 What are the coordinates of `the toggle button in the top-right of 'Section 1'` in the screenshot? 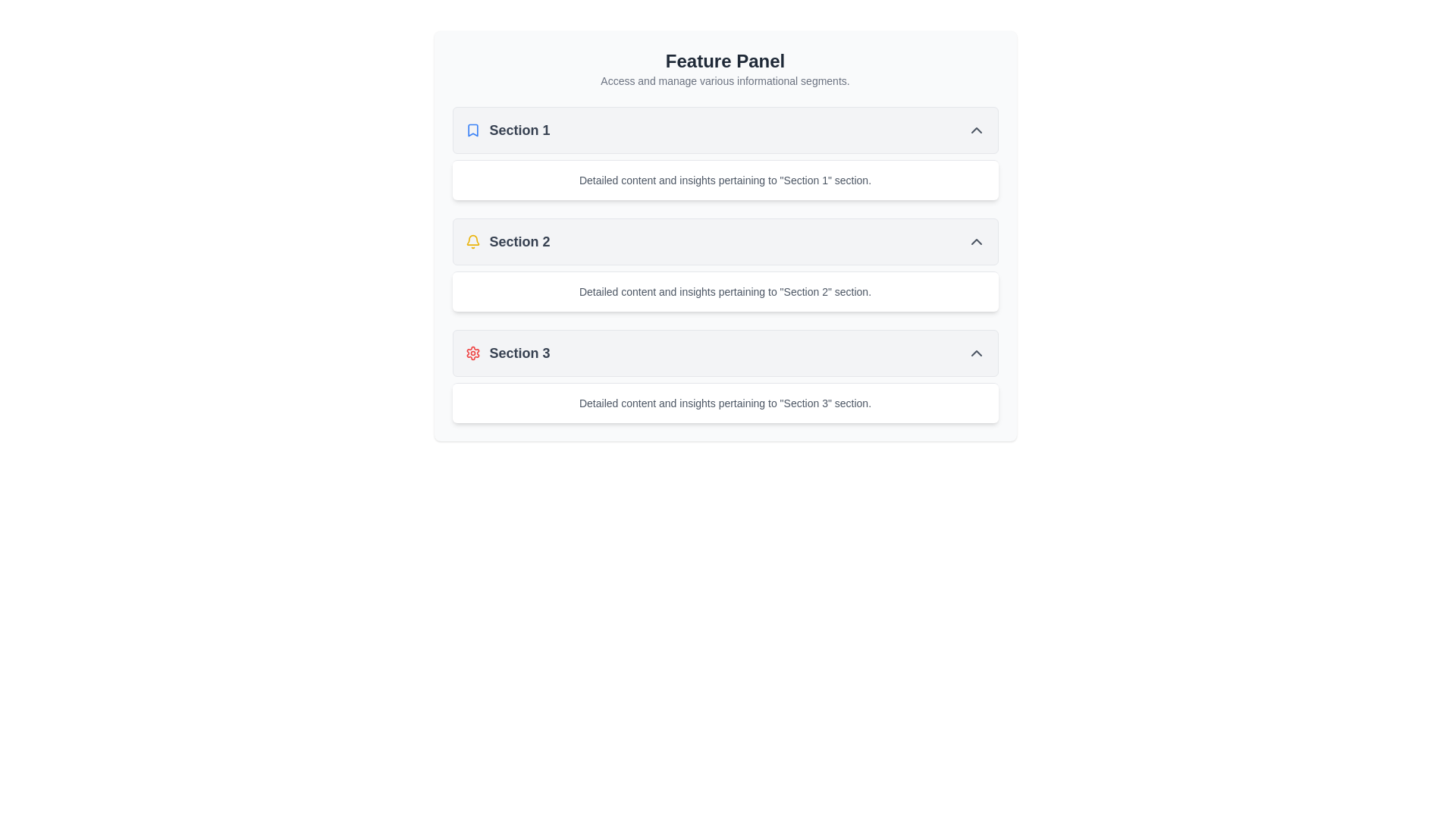 It's located at (976, 130).